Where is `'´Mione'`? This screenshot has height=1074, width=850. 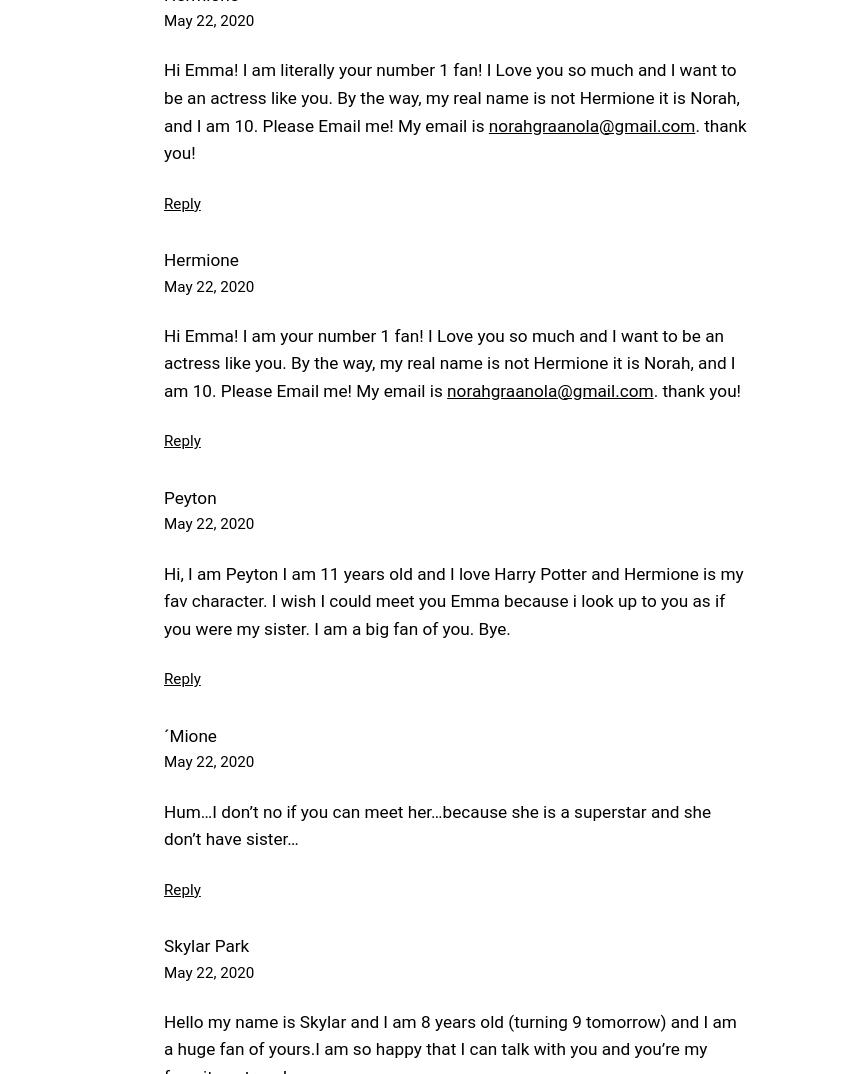
'´Mione' is located at coordinates (188, 735).